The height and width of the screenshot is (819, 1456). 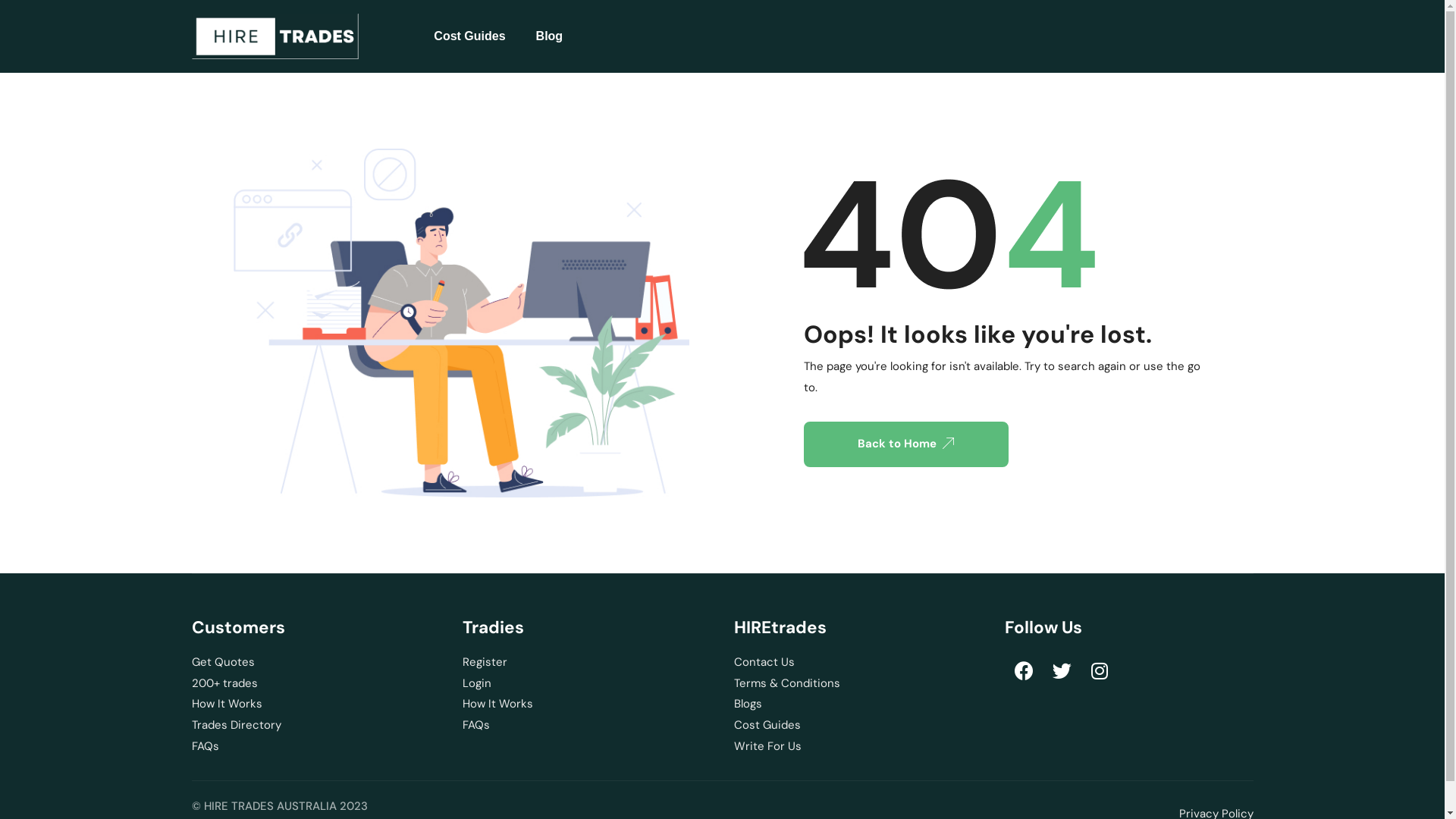 I want to click on 'Register', so click(x=461, y=662).